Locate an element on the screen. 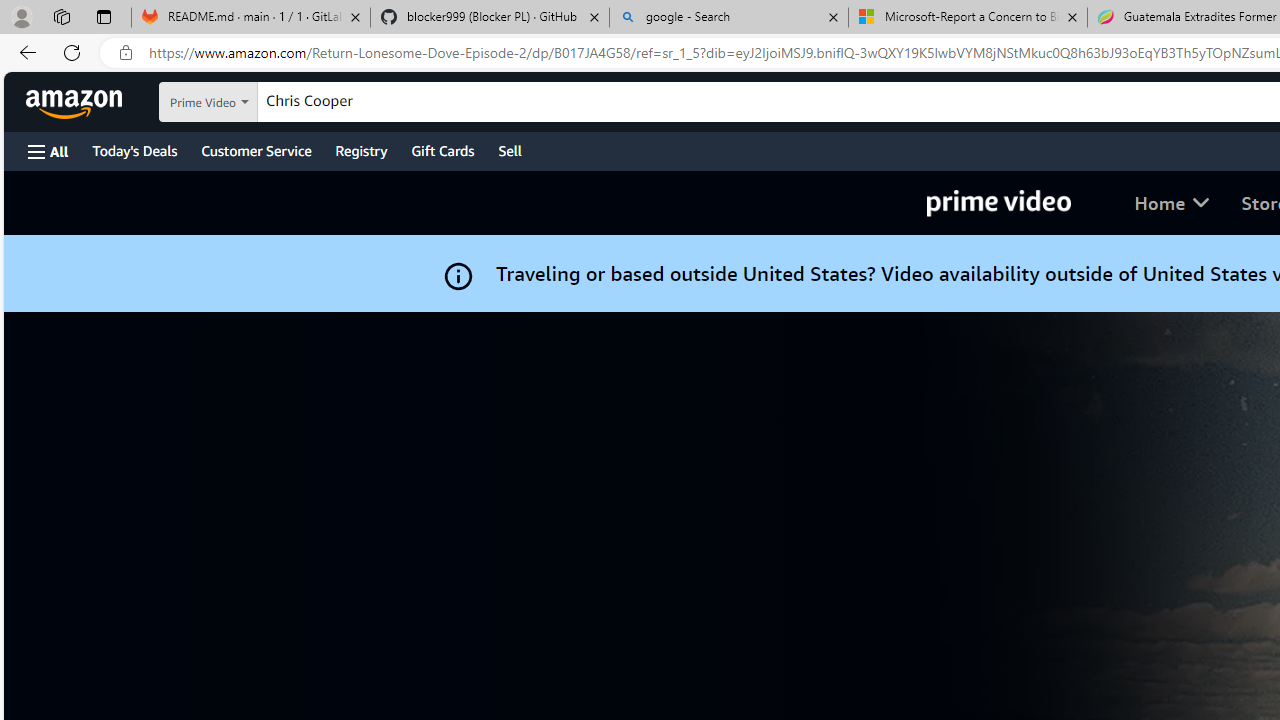 This screenshot has width=1280, height=720. 'Sell' is located at coordinates (510, 149).